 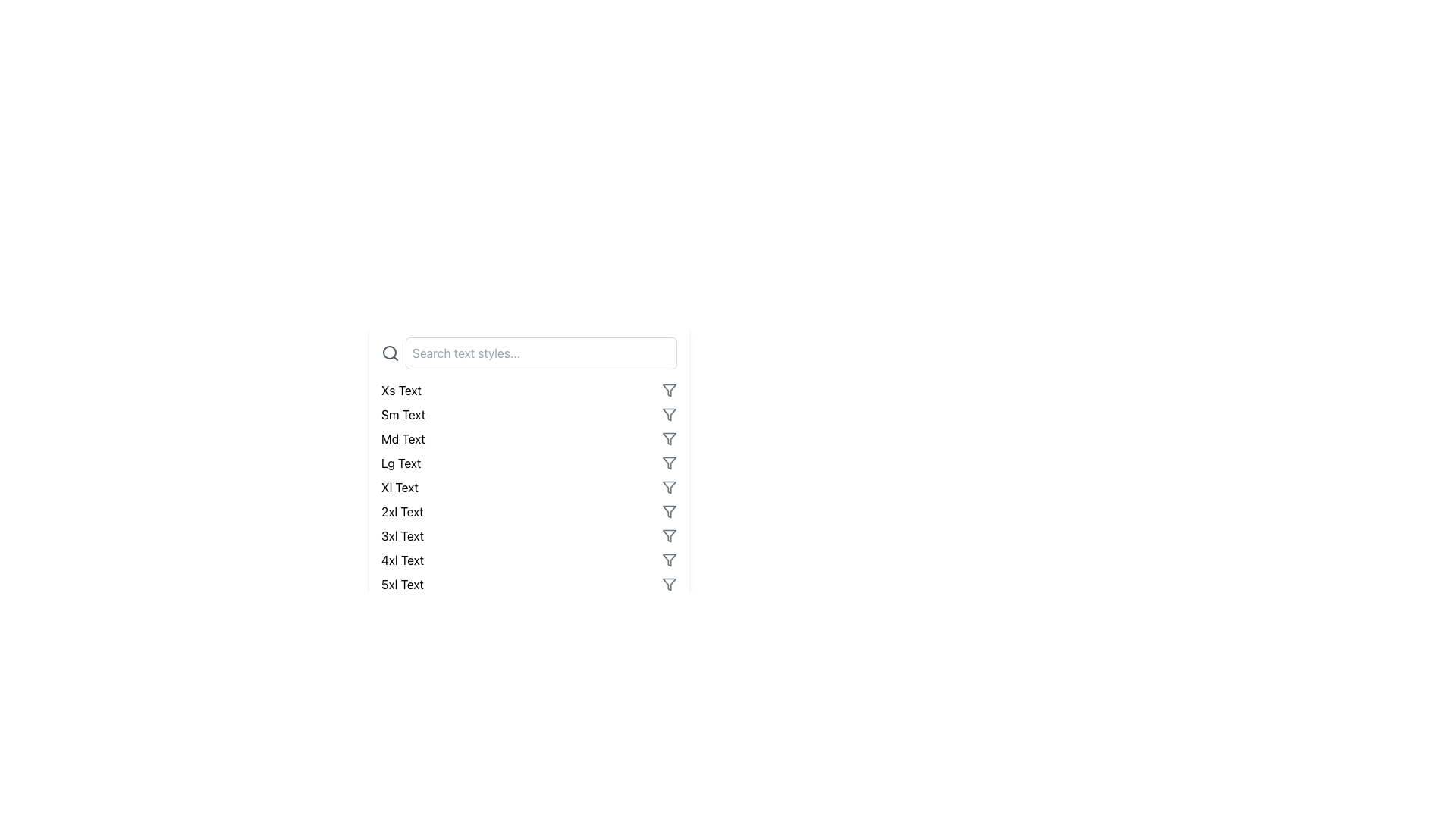 What do you see at coordinates (389, 353) in the screenshot?
I see `the circular component of the search icon located next to the input field, positioned within an SVG graphic` at bounding box center [389, 353].